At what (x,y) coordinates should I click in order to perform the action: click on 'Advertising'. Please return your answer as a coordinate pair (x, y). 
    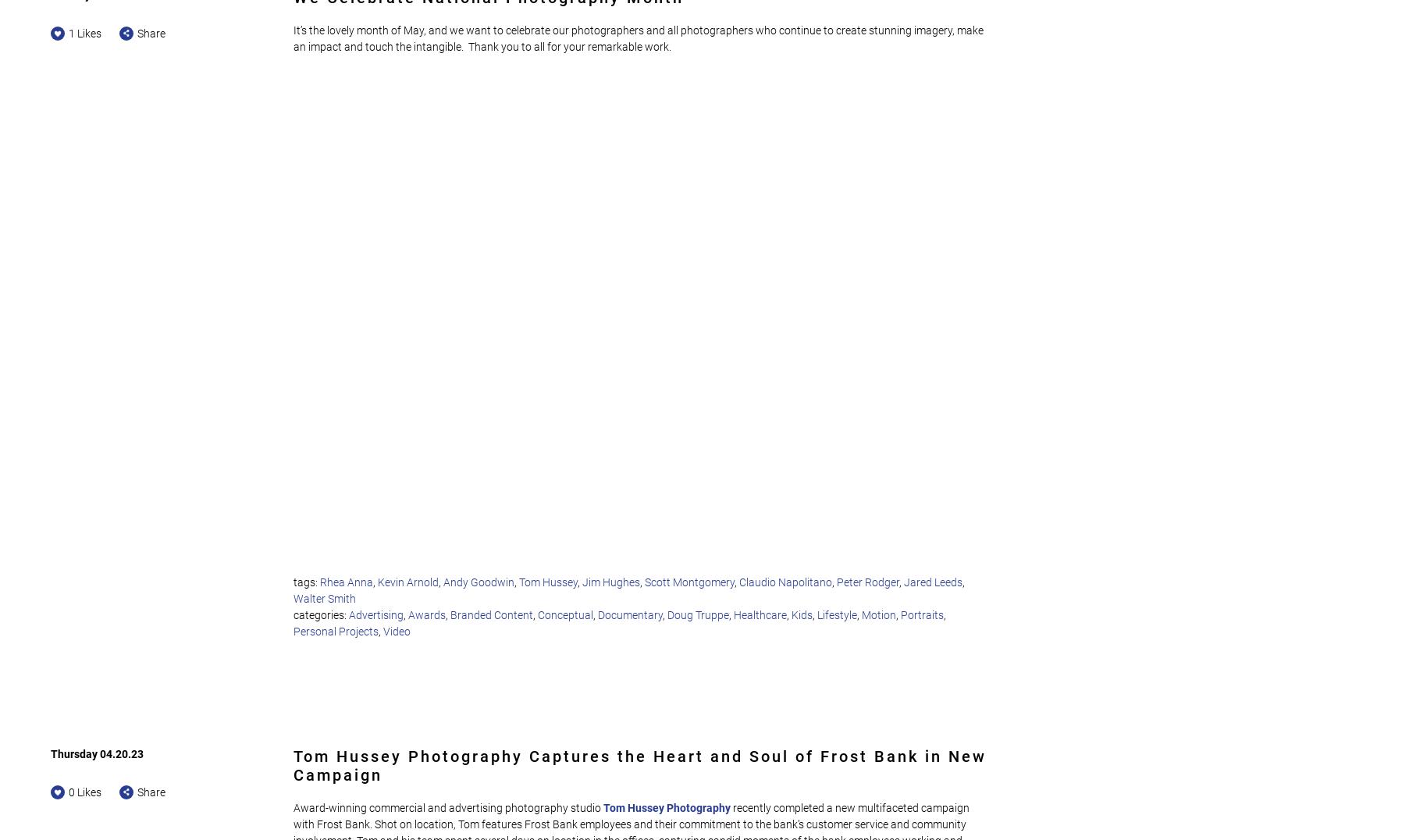
    Looking at the image, I should click on (375, 614).